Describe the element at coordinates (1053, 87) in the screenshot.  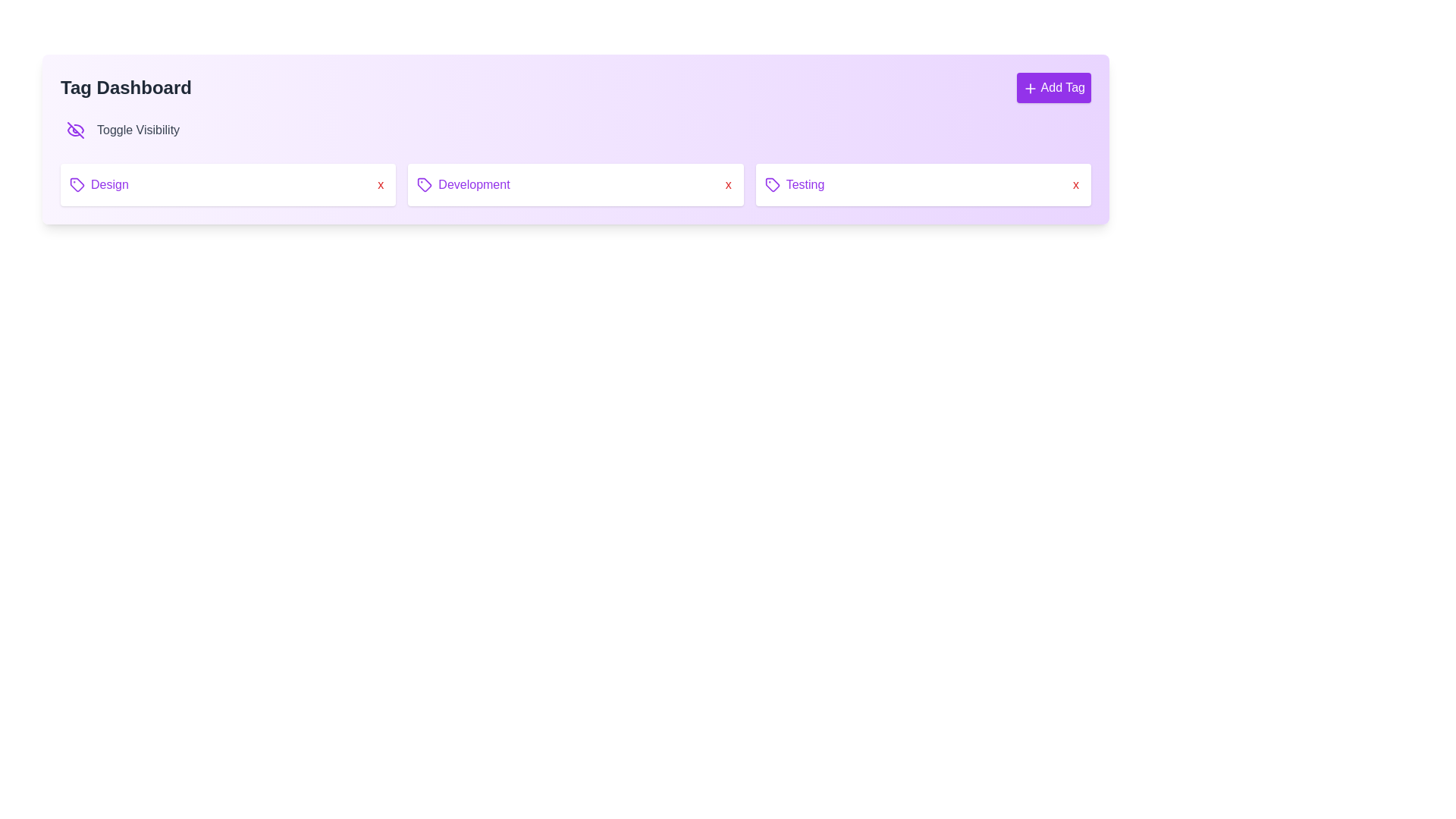
I see `the 'Add Tag' button located in the top-right corner next to the 'Tag Dashboard' heading` at that location.